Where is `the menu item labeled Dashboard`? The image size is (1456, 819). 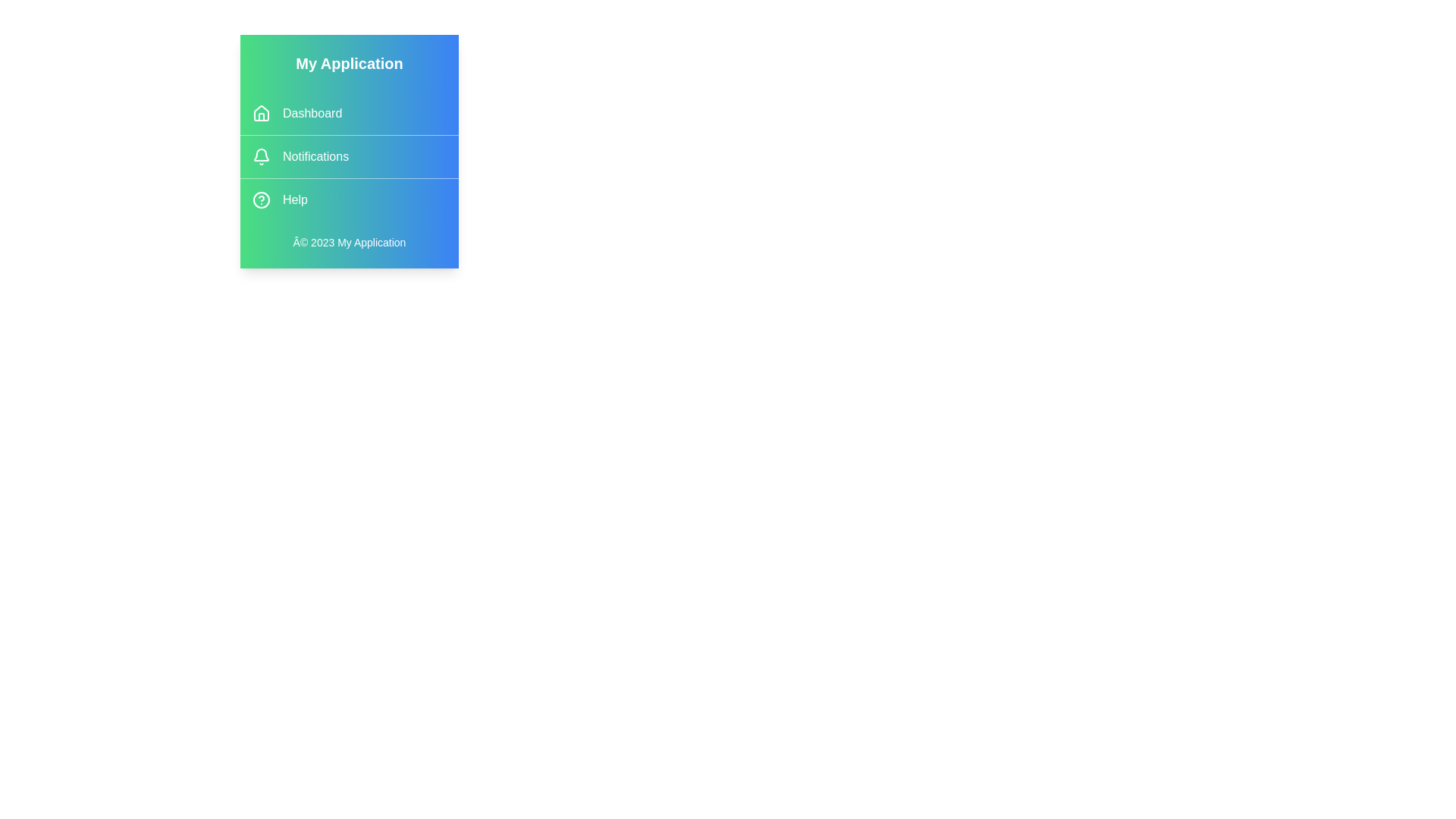
the menu item labeled Dashboard is located at coordinates (348, 113).